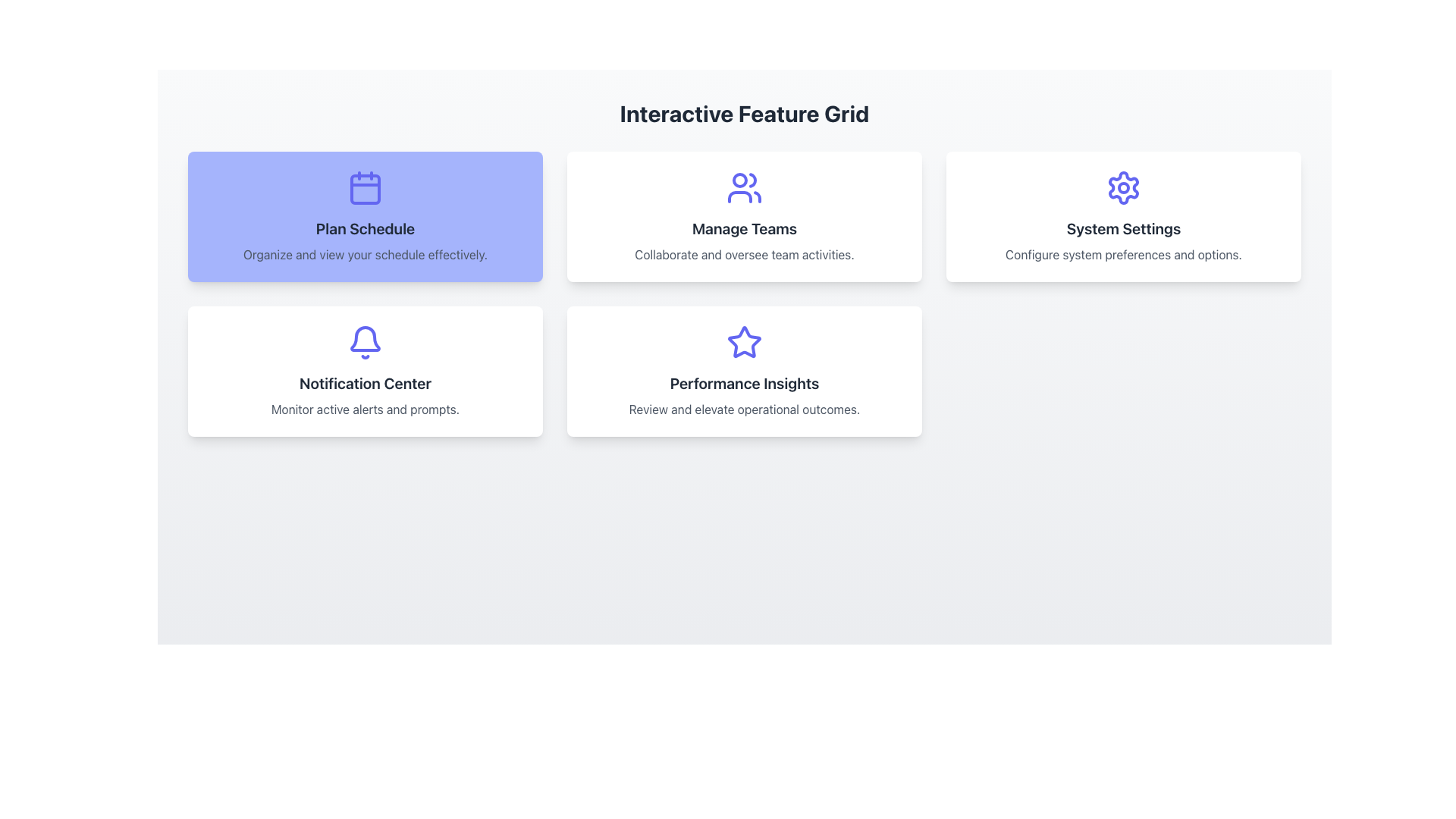 This screenshot has height=819, width=1456. What do you see at coordinates (739, 180) in the screenshot?
I see `SVG Circle Element that represents the 'Manage Teams' feature, which is part of a user group icon positioned in the upper portion of the middle column among six cards in a grid layout` at bounding box center [739, 180].